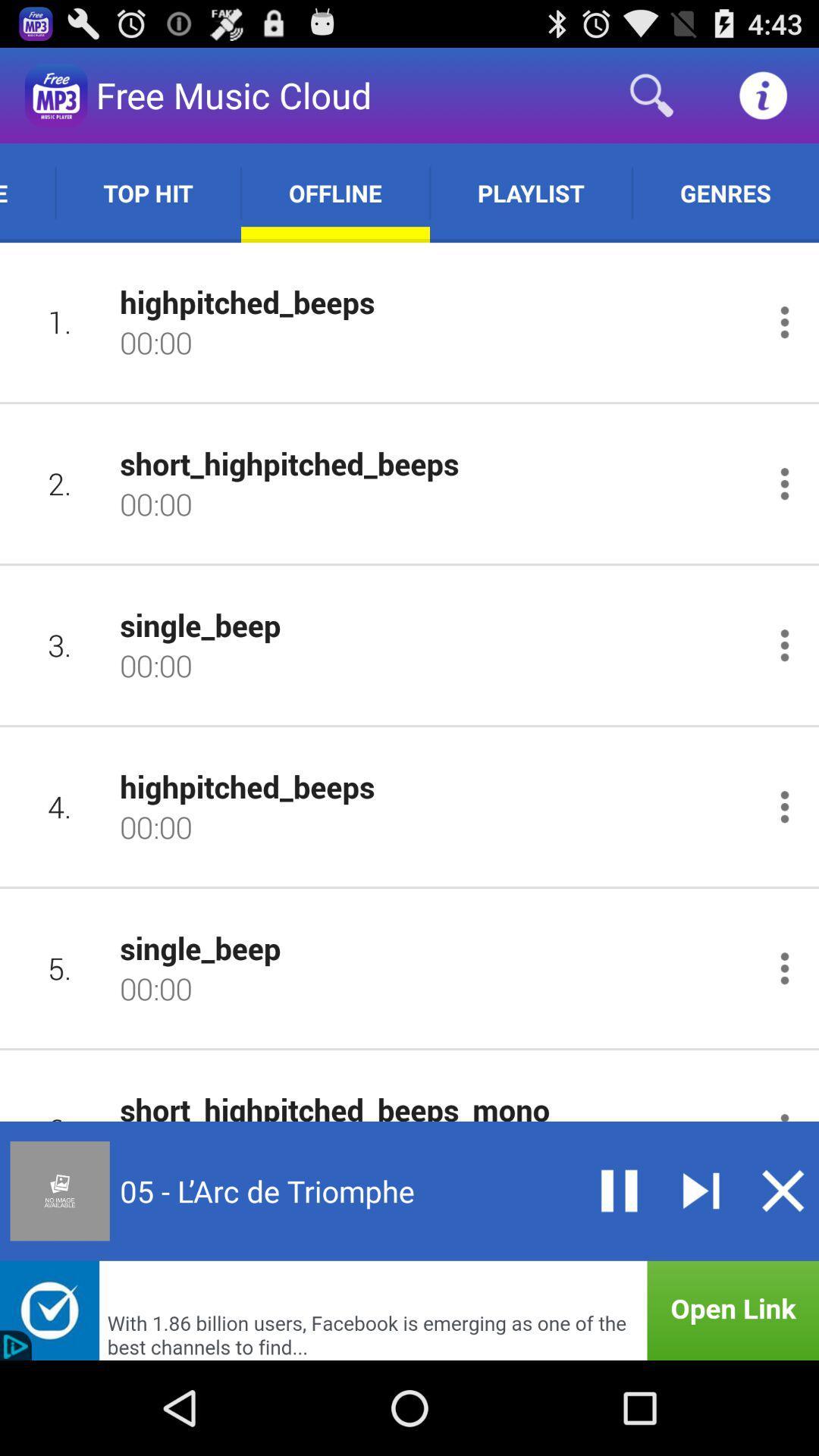 Image resolution: width=819 pixels, height=1456 pixels. What do you see at coordinates (59, 967) in the screenshot?
I see `icon to the left of single_beep` at bounding box center [59, 967].